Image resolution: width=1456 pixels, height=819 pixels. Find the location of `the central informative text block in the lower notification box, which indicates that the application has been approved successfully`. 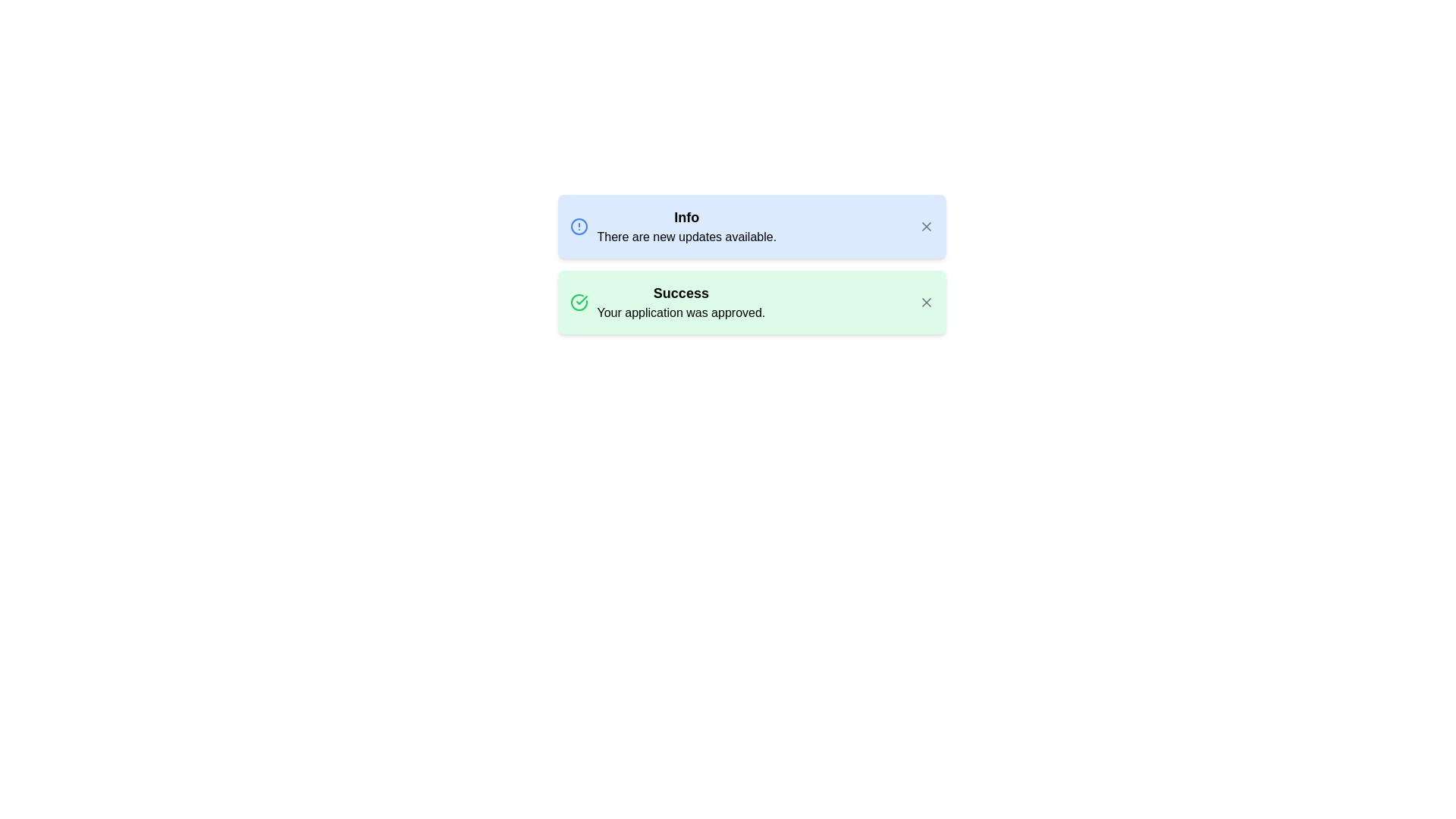

the central informative text block in the lower notification box, which indicates that the application has been approved successfully is located at coordinates (680, 302).